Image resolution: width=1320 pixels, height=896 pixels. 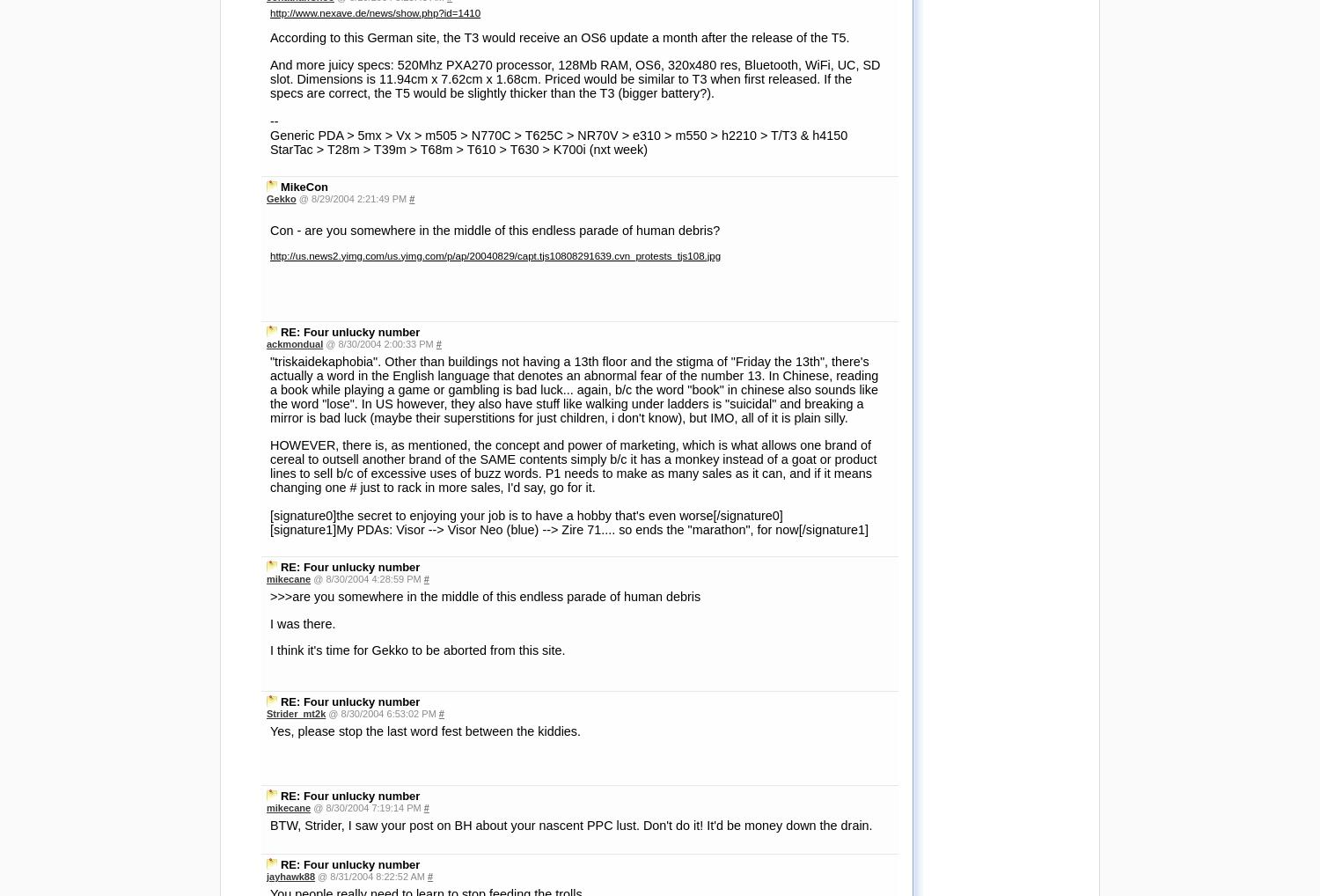 I want to click on 'This makes sense! I am game for WiFi+Bluetooth!', so click(x=404, y=782).